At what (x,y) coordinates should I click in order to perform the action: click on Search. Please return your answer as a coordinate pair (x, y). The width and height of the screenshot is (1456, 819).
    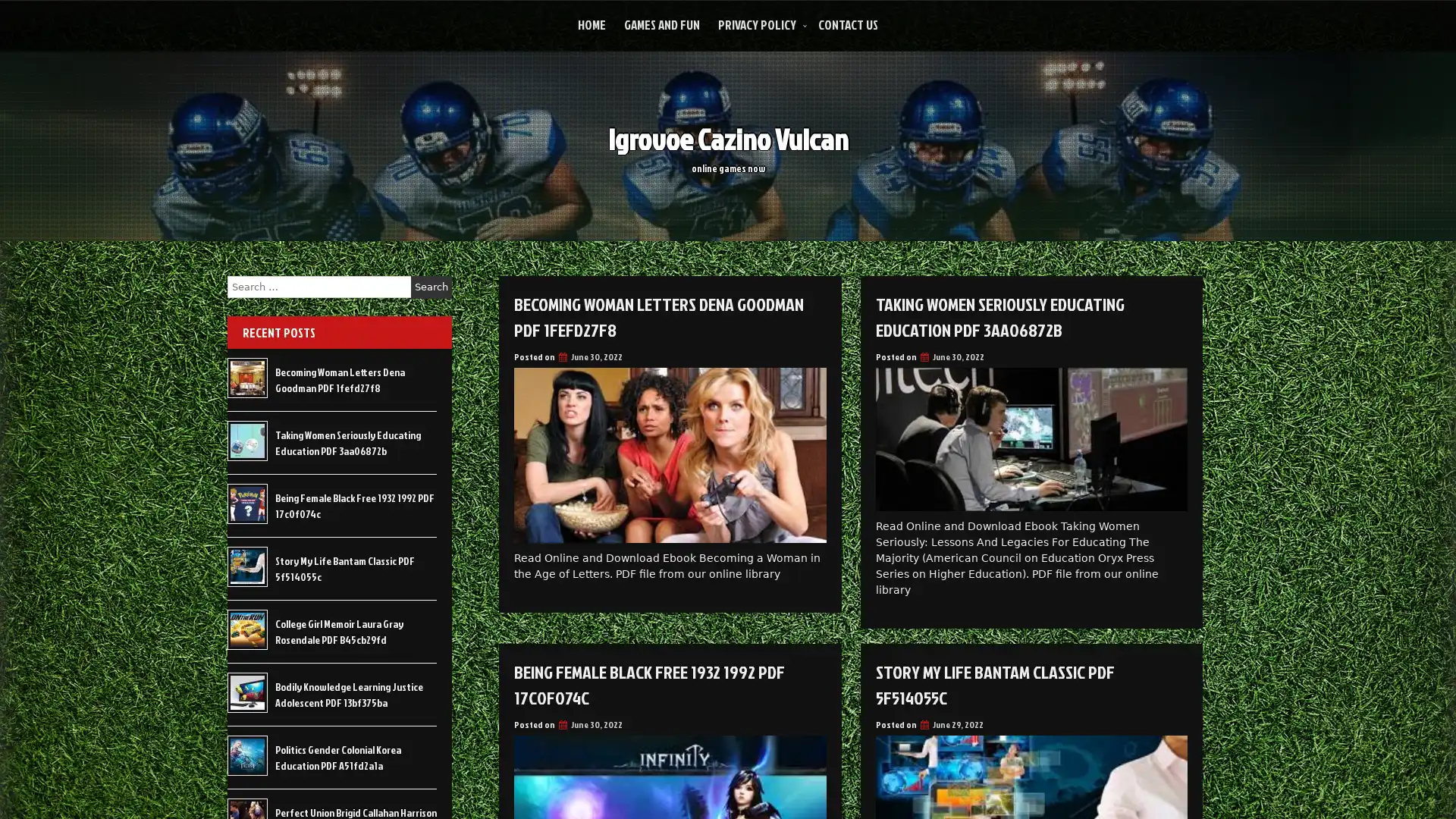
    Looking at the image, I should click on (431, 287).